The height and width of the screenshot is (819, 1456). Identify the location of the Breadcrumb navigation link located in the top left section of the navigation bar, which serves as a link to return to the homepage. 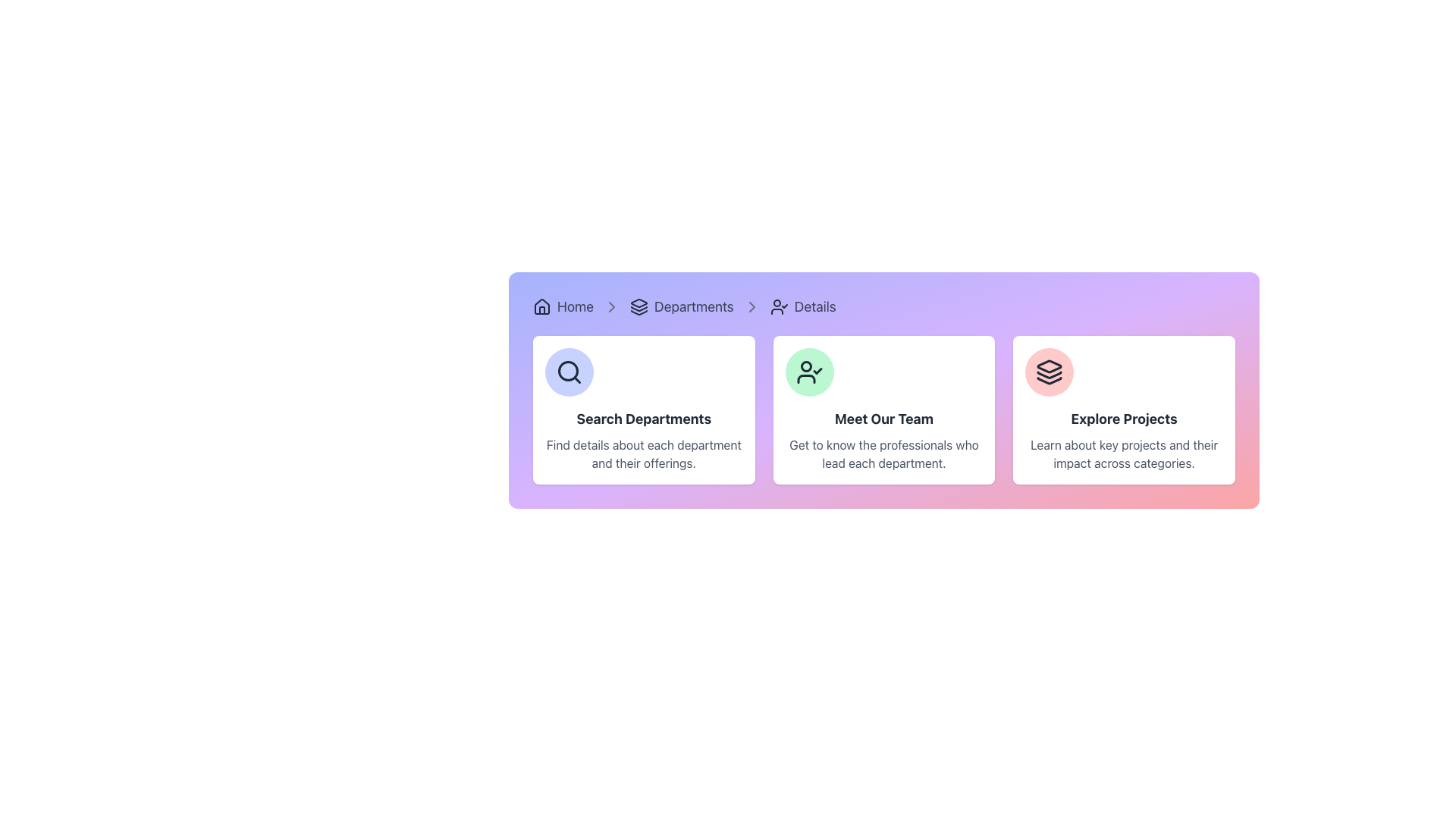
(563, 307).